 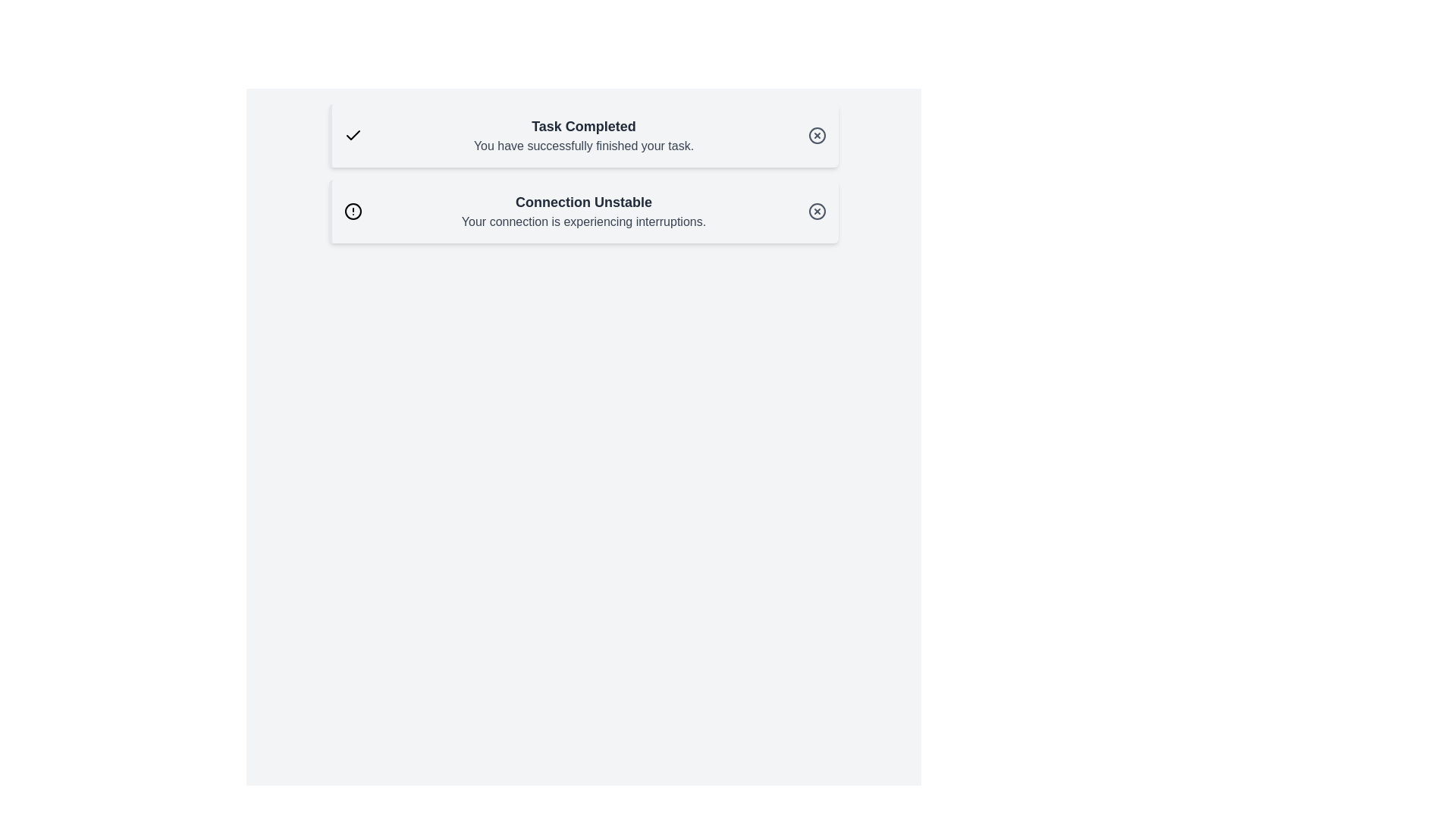 What do you see at coordinates (817, 134) in the screenshot?
I see `the SVG Circle located at the far right of the notification card displaying 'Task Completed'` at bounding box center [817, 134].